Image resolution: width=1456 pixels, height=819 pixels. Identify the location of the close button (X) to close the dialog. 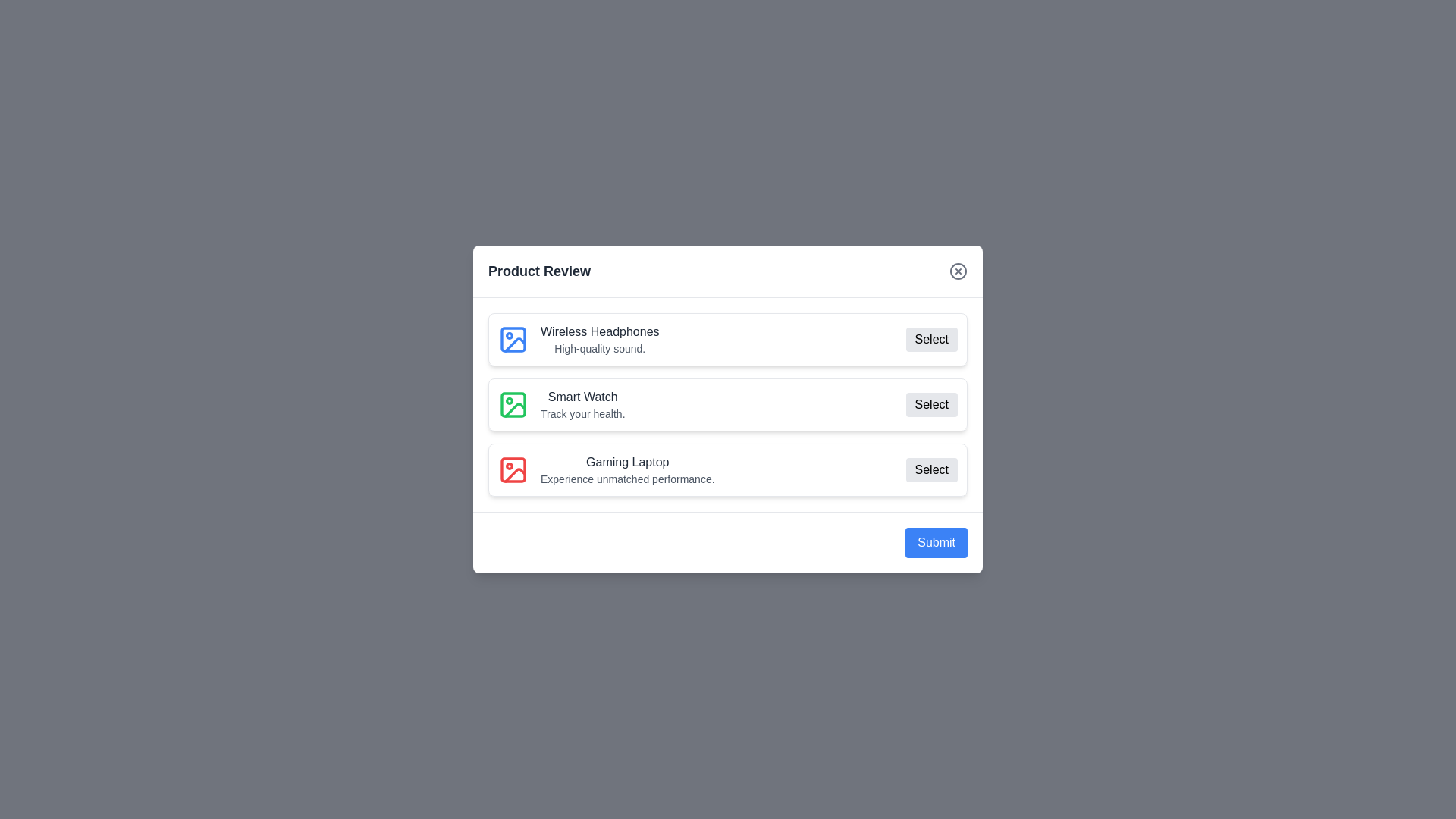
(957, 271).